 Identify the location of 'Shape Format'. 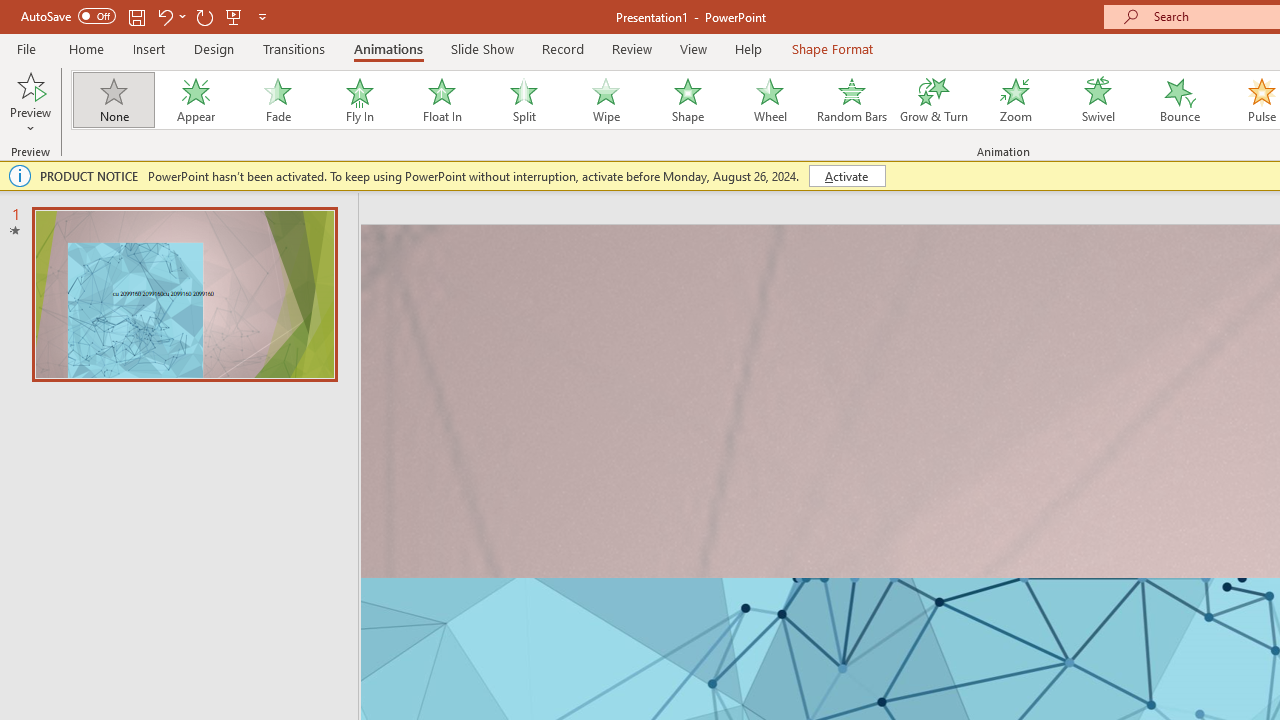
(832, 48).